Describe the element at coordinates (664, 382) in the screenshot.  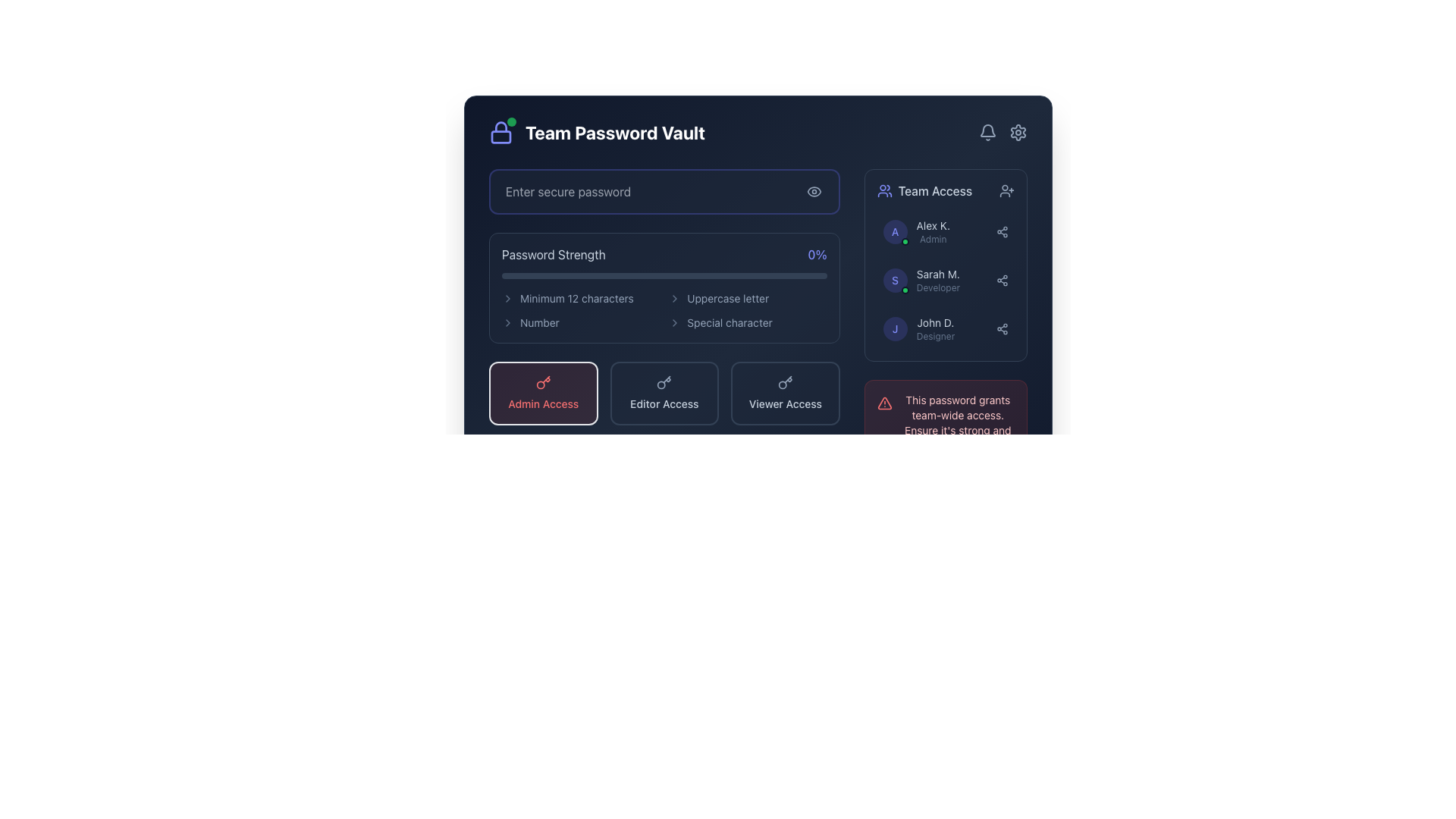
I see `the 'Editor Access' icon, which visually indicates the option for editor access and is located centrally within the 'Editor Access' button, positioned between the 'Admin Access' and 'Viewer Access' buttons` at that location.